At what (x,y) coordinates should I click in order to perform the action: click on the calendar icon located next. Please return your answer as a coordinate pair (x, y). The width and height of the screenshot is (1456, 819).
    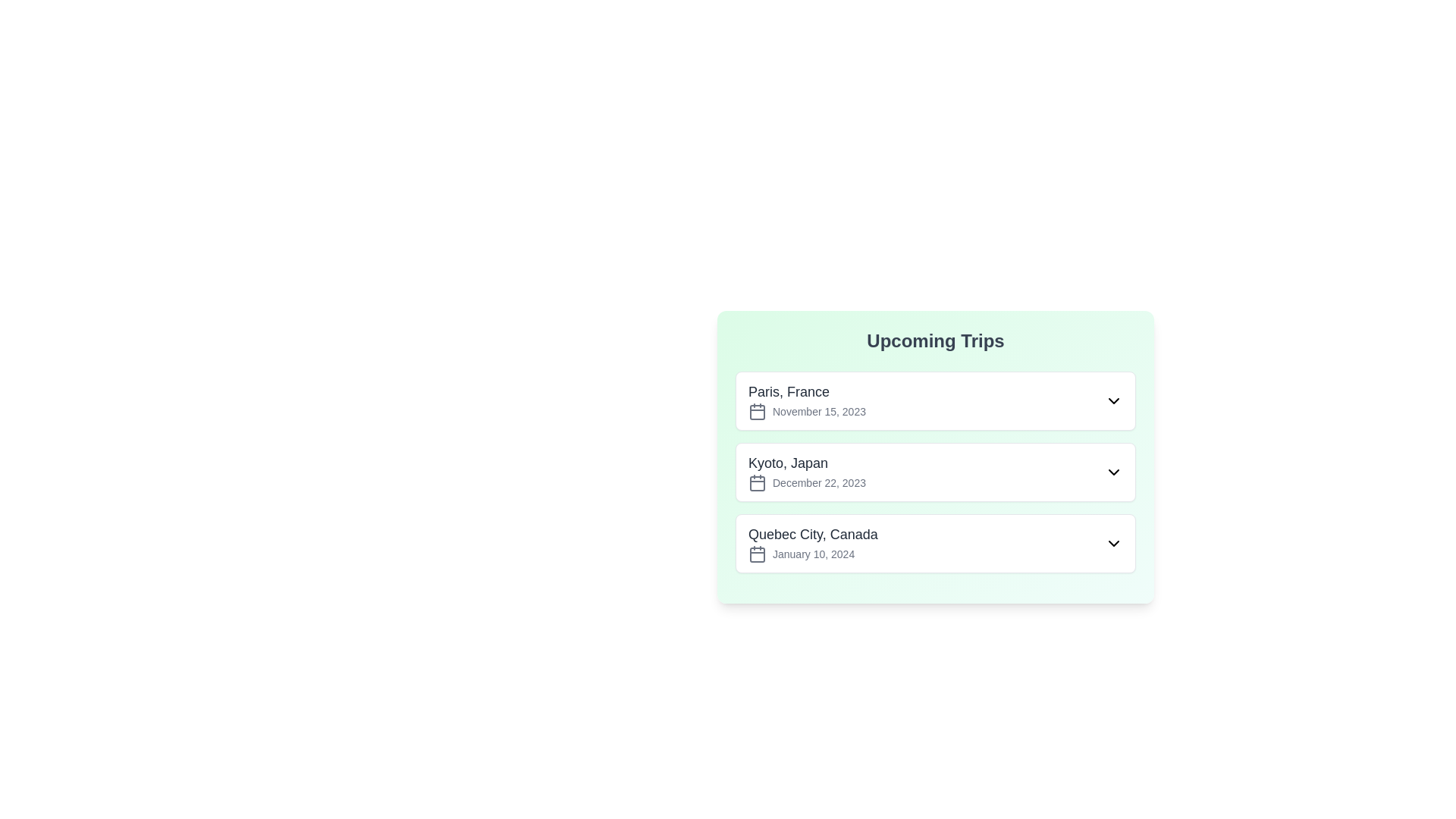
    Looking at the image, I should click on (757, 555).